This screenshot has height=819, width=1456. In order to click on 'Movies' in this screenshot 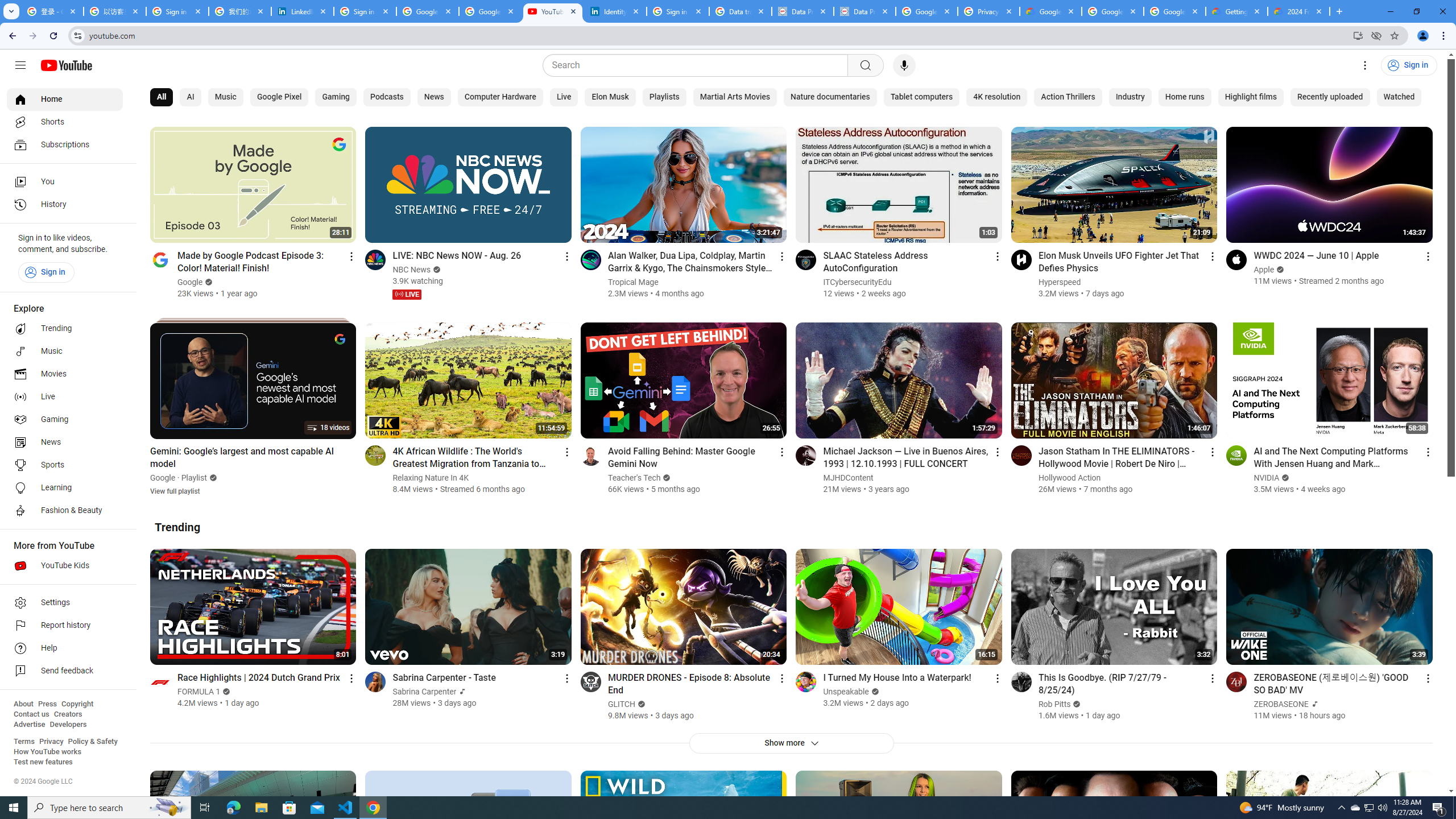, I will do `click(64, 374)`.